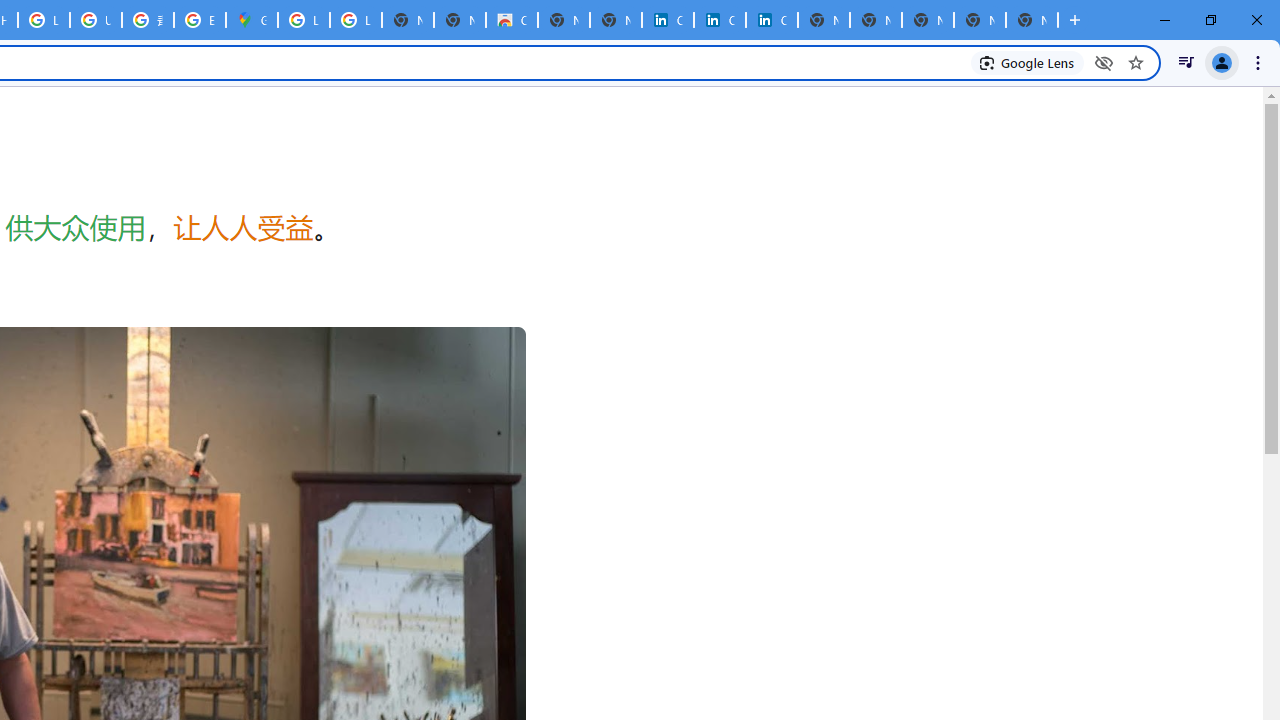 This screenshot has height=720, width=1280. I want to click on 'Search with Google Lens', so click(1027, 61).